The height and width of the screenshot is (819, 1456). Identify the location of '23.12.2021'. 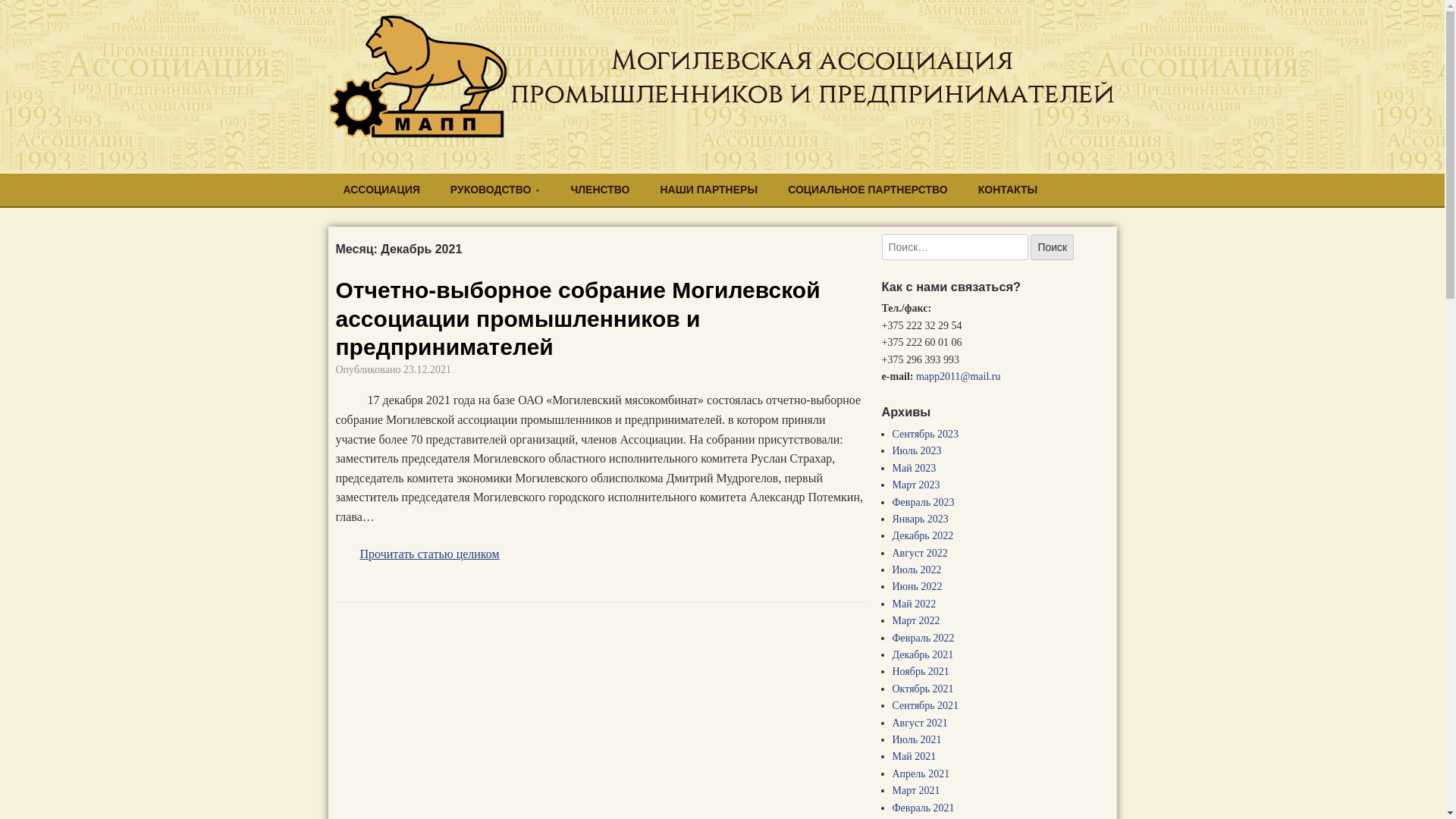
(426, 369).